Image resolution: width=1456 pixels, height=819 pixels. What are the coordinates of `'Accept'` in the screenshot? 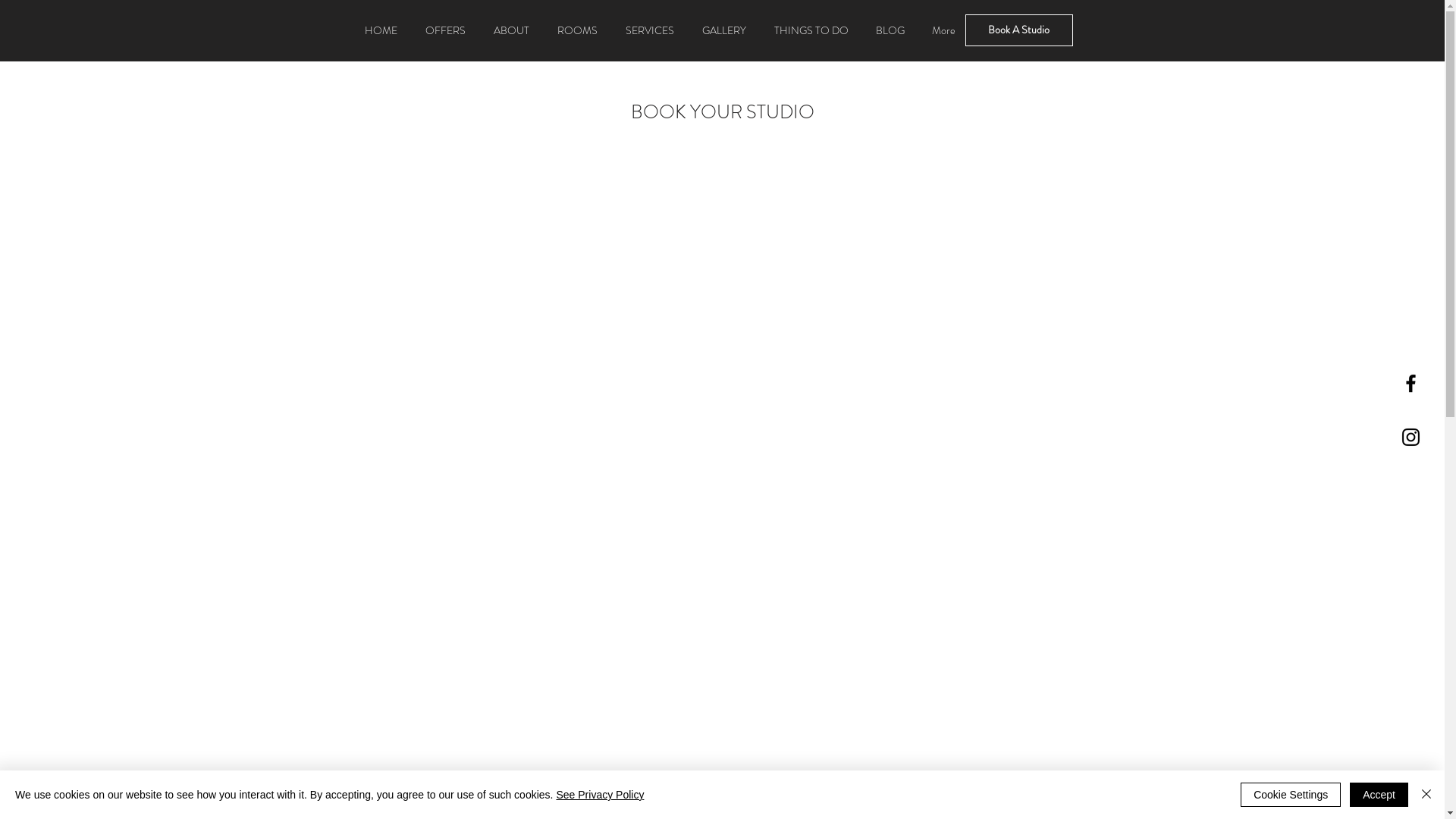 It's located at (1379, 794).